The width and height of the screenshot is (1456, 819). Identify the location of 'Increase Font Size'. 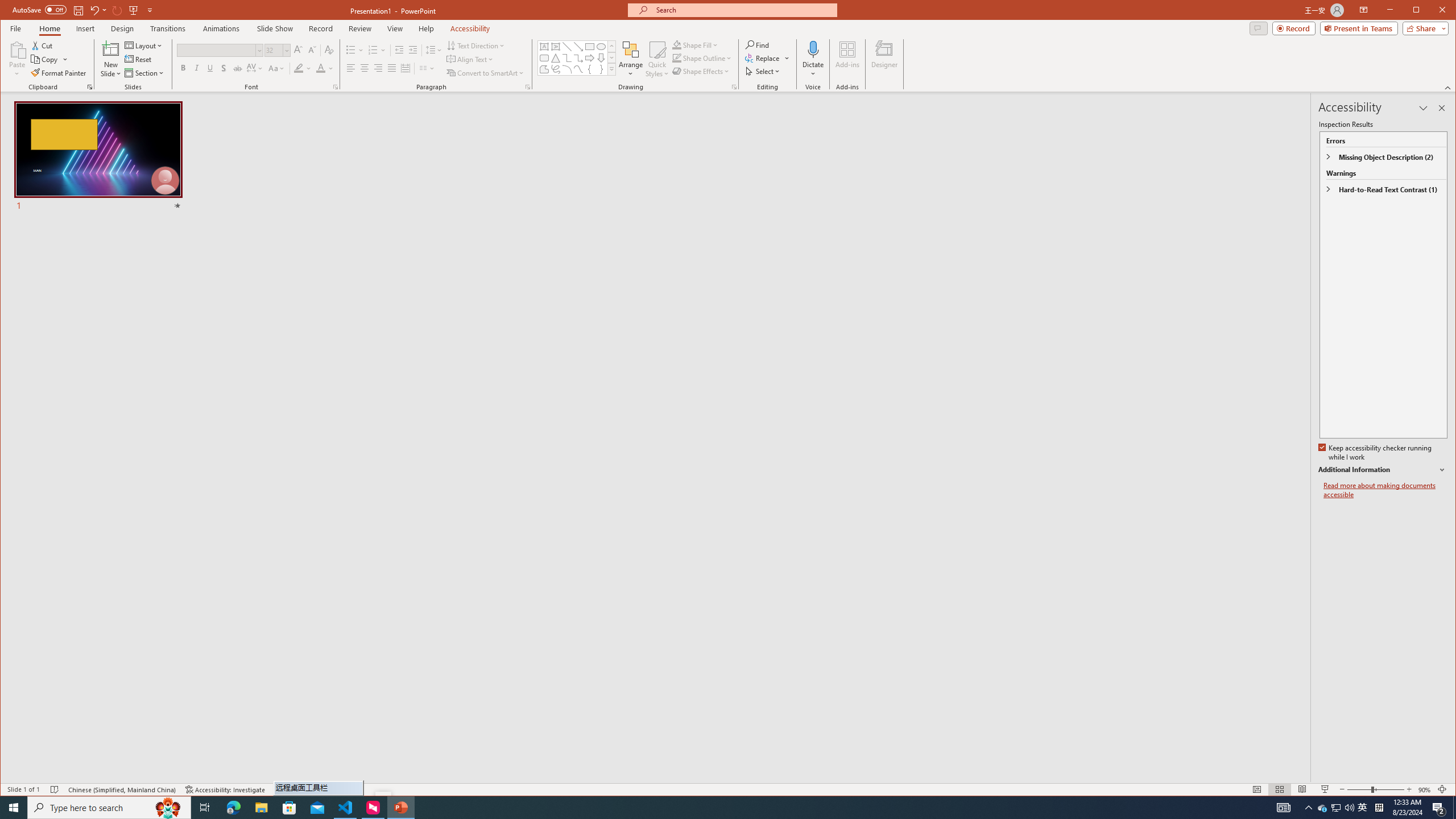
(297, 49).